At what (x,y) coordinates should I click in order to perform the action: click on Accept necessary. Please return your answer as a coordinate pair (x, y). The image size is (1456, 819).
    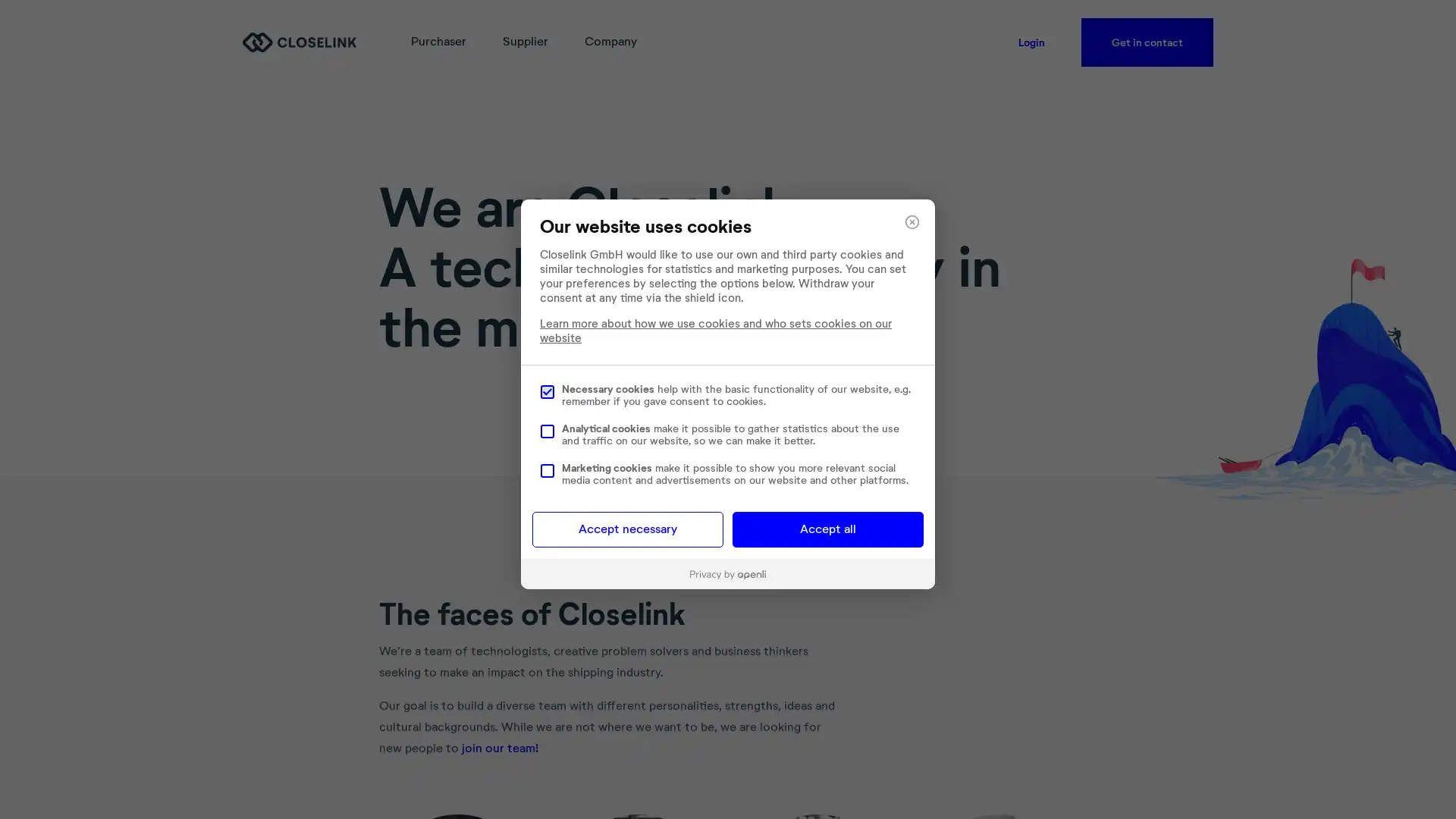
    Looking at the image, I should click on (628, 529).